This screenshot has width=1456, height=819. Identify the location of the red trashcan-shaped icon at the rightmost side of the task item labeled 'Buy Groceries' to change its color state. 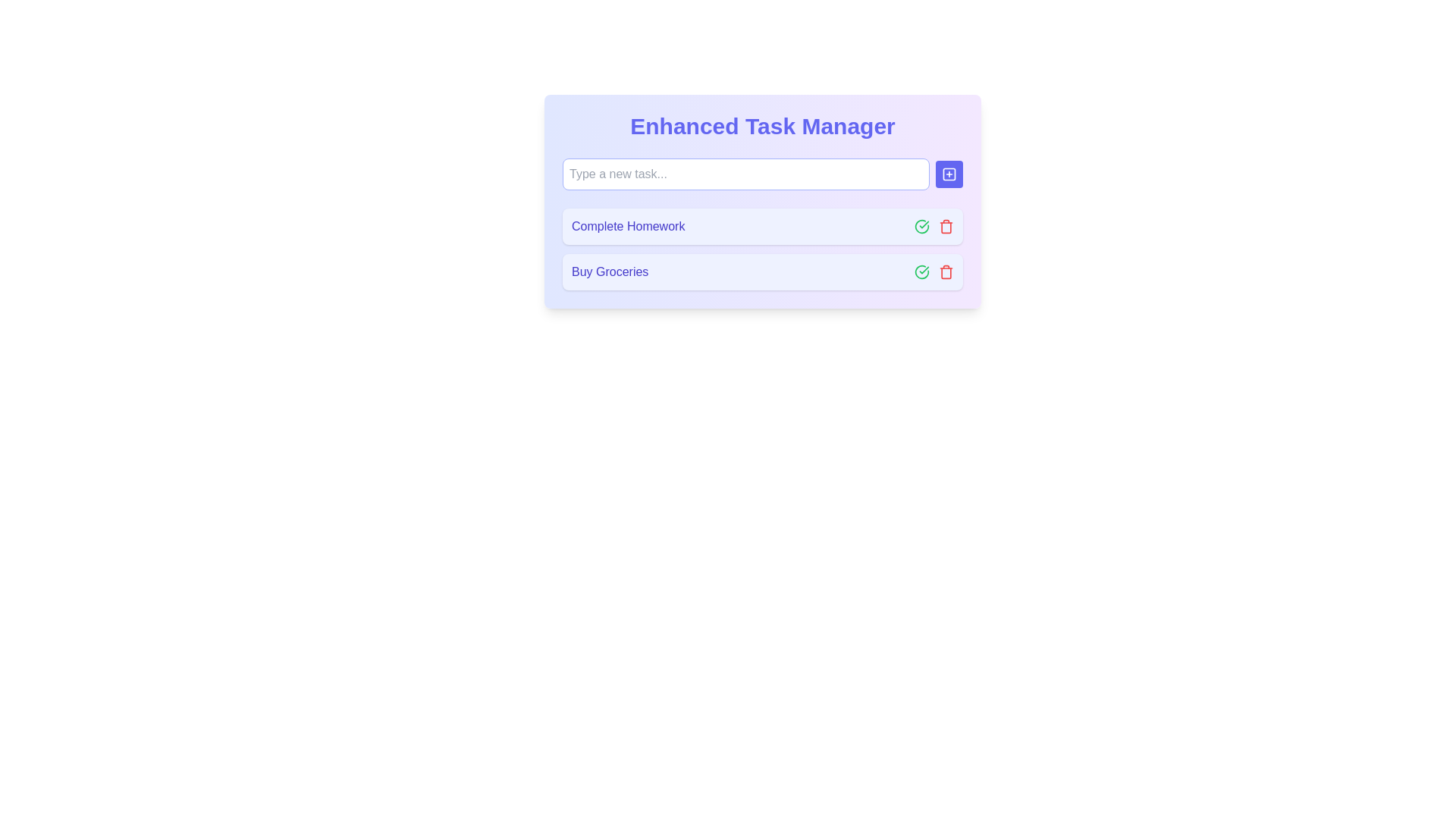
(946, 271).